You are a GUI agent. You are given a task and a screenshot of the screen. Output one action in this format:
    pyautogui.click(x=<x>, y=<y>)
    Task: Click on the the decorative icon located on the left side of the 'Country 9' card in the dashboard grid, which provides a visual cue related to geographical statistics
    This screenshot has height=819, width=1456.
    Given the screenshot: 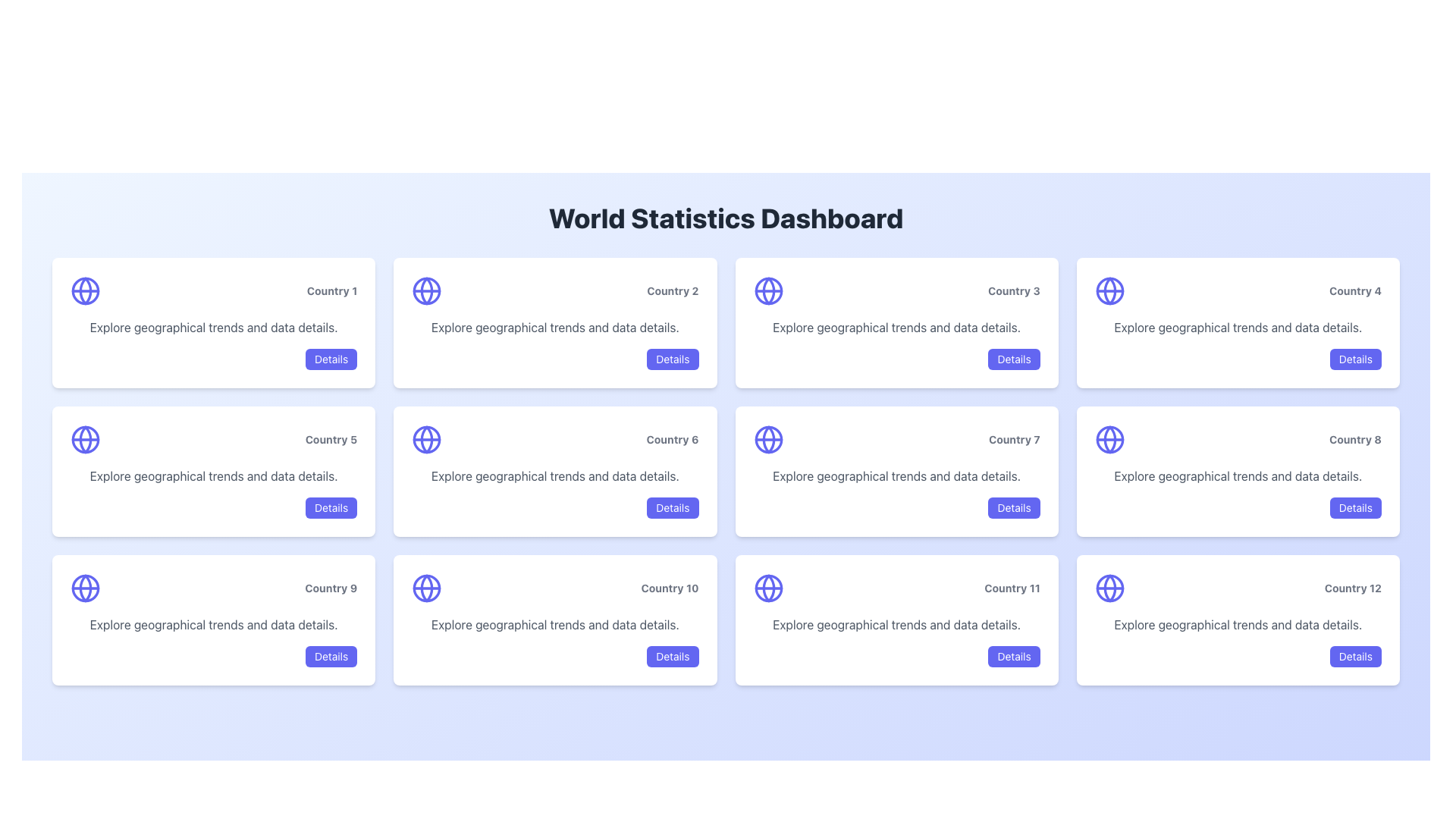 What is the action you would take?
    pyautogui.click(x=85, y=587)
    